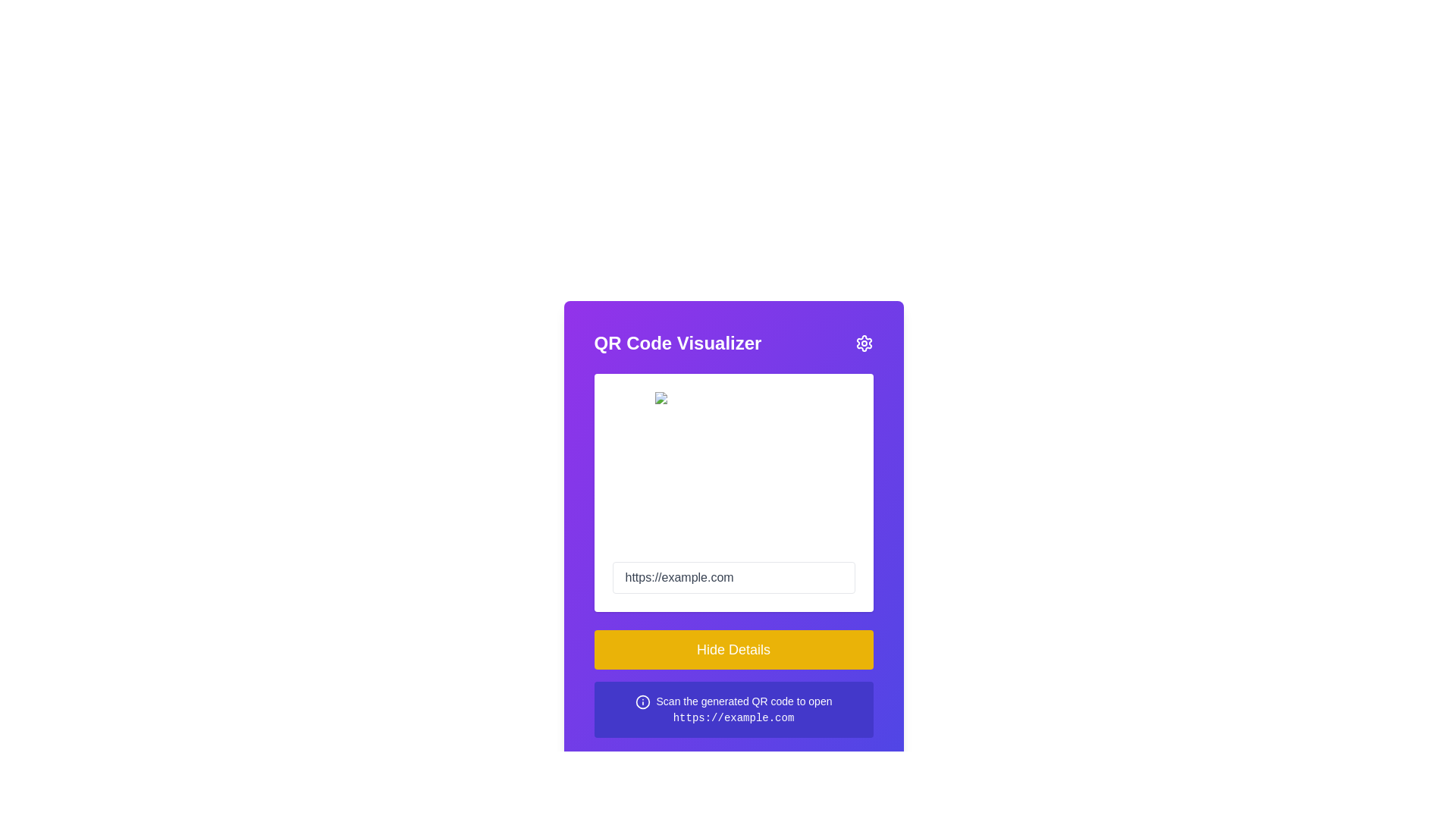 The image size is (1456, 819). I want to click on the static text link displaying 'https://example.com' located at the bottom of the purple panel for selection, so click(733, 717).